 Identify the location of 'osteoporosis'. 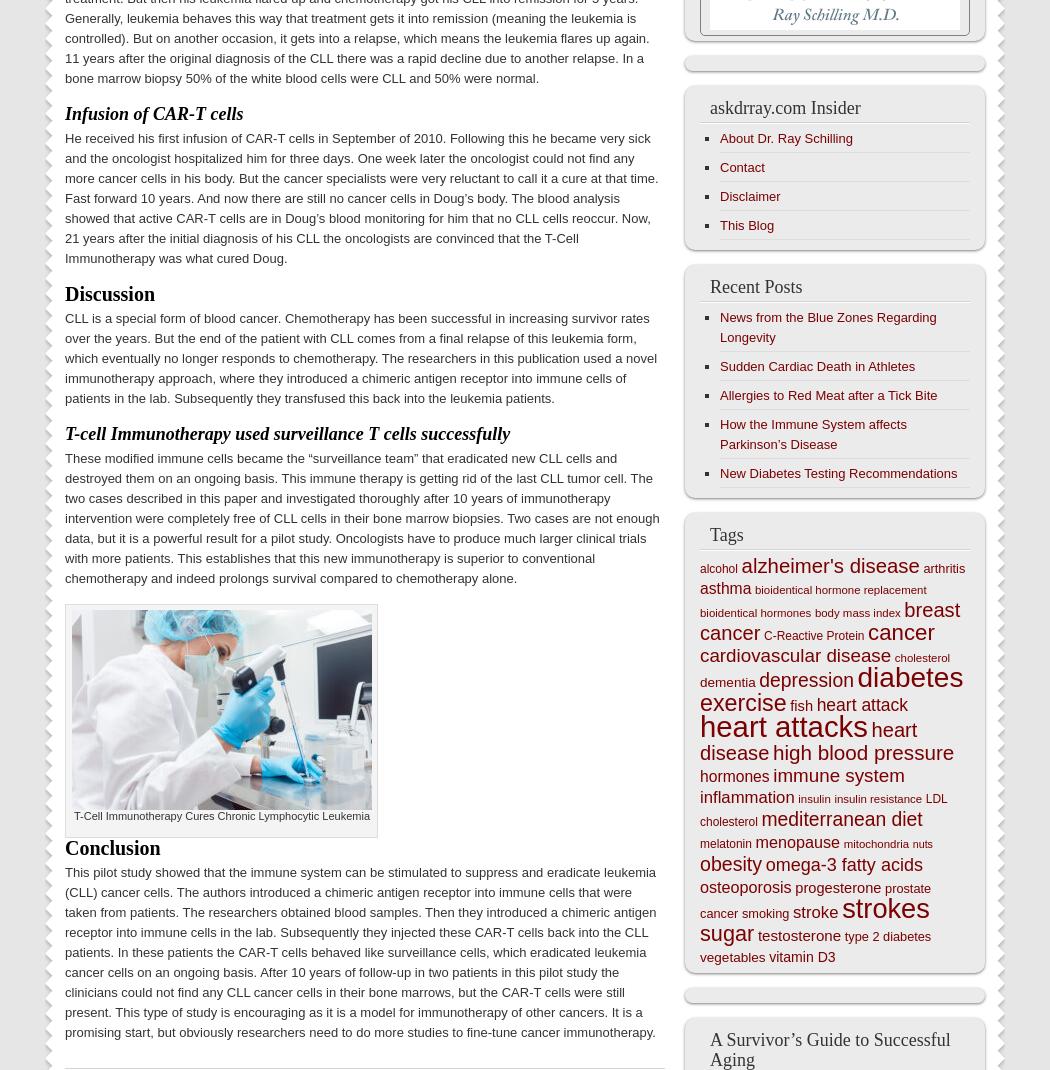
(700, 887).